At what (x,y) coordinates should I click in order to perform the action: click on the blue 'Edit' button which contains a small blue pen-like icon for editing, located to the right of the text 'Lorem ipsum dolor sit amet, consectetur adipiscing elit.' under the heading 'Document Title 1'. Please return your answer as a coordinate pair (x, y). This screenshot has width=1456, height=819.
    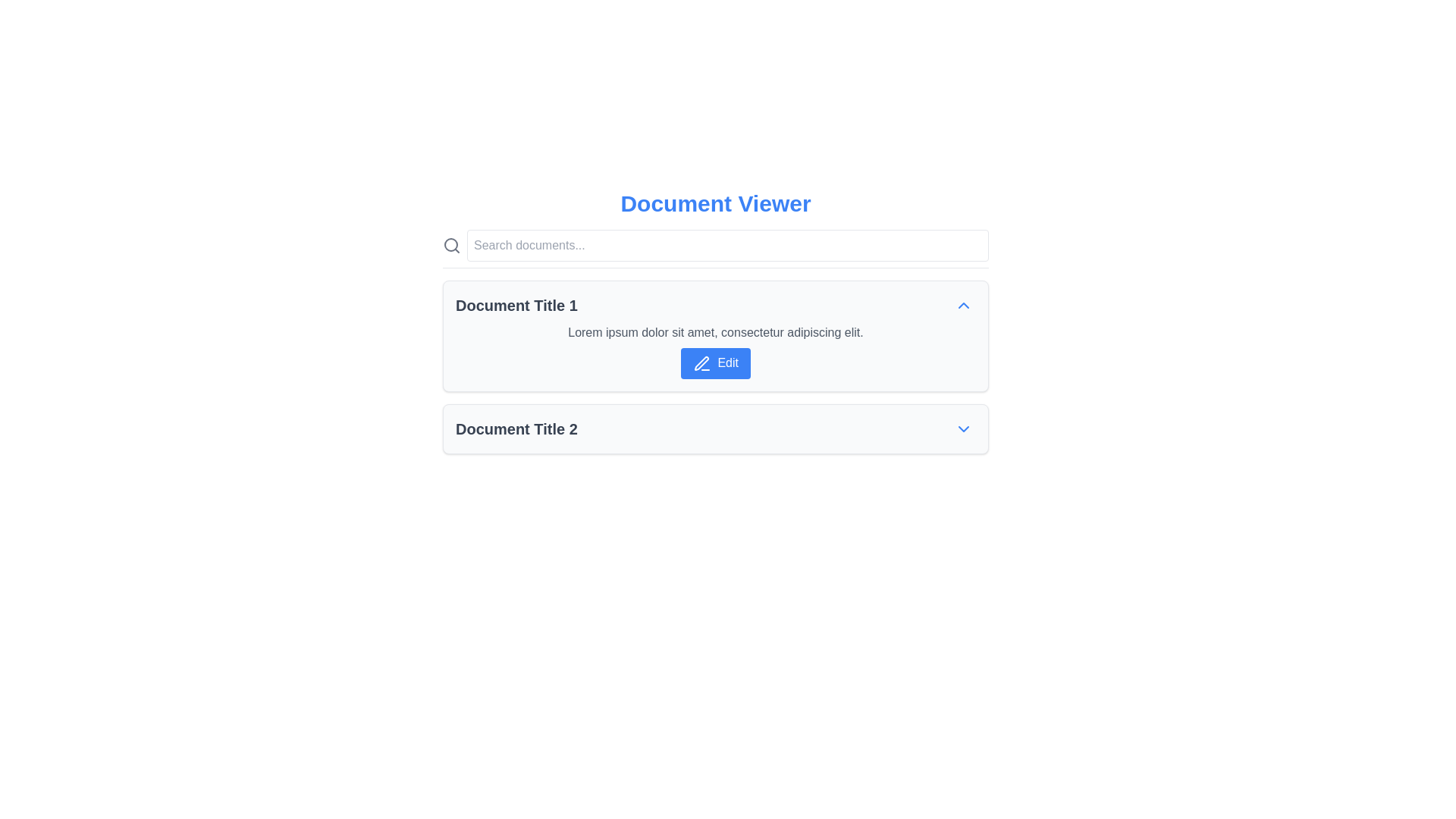
    Looking at the image, I should click on (701, 363).